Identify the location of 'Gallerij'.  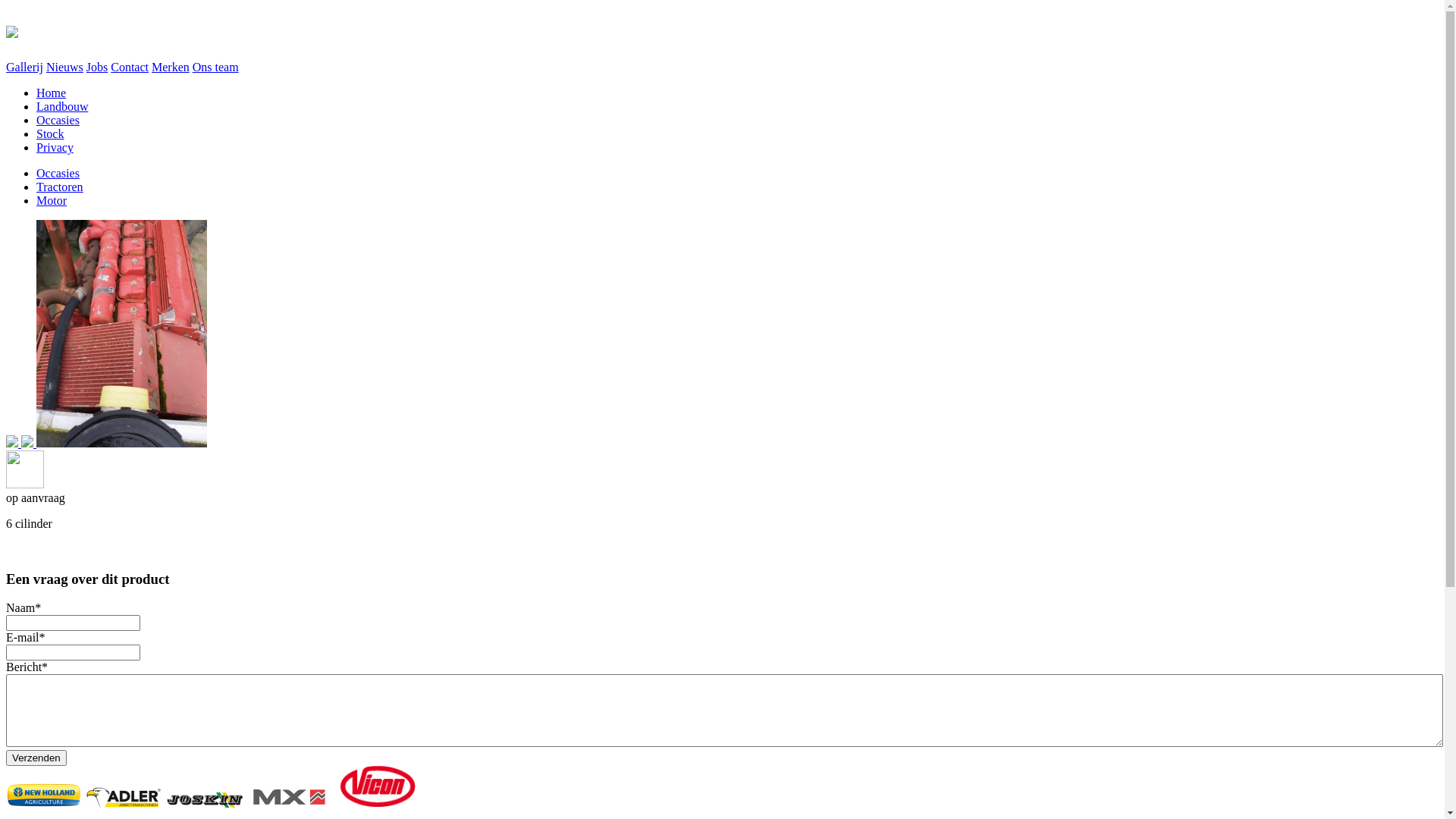
(24, 66).